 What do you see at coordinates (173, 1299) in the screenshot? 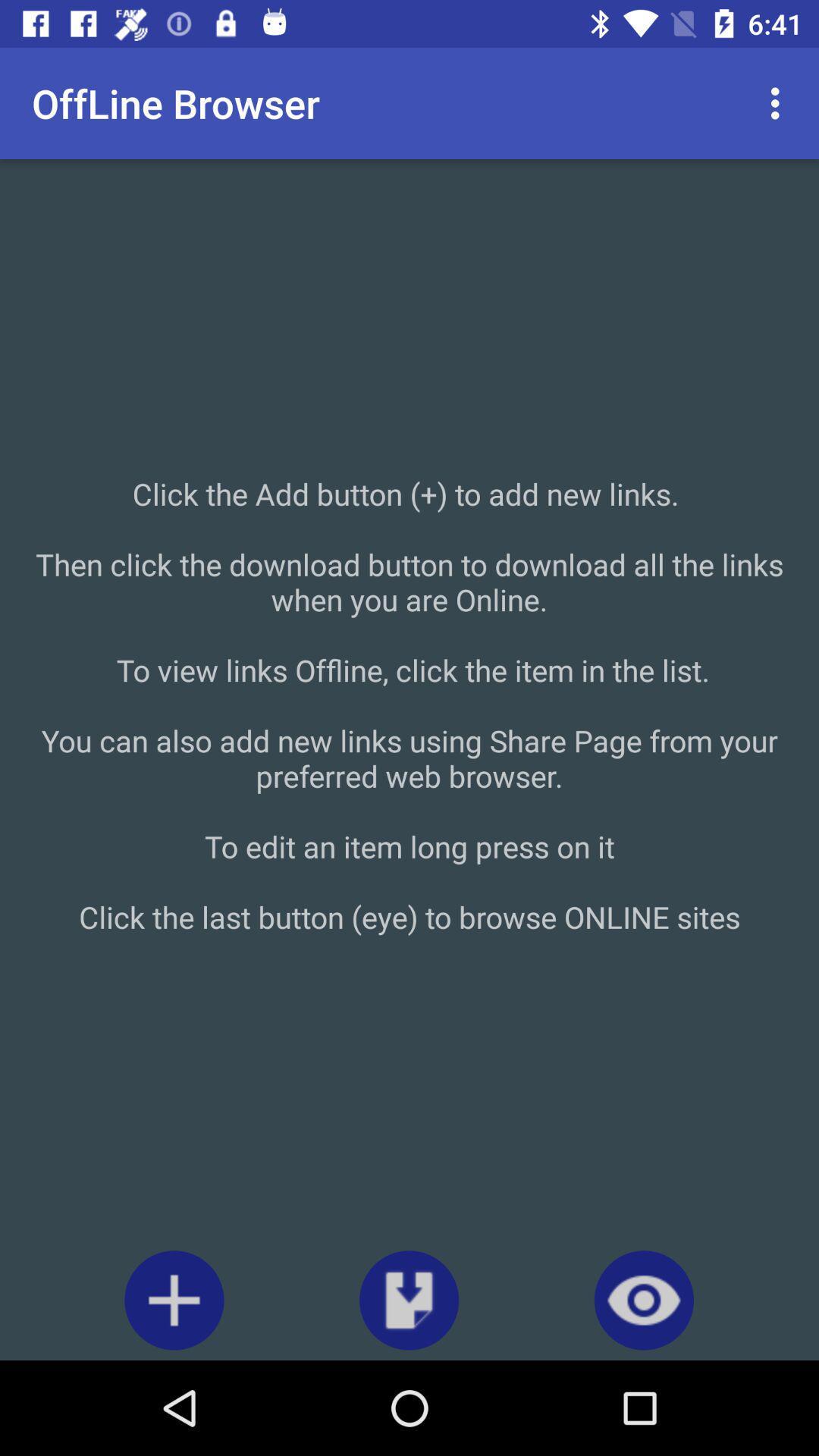
I see `the add icon` at bounding box center [173, 1299].